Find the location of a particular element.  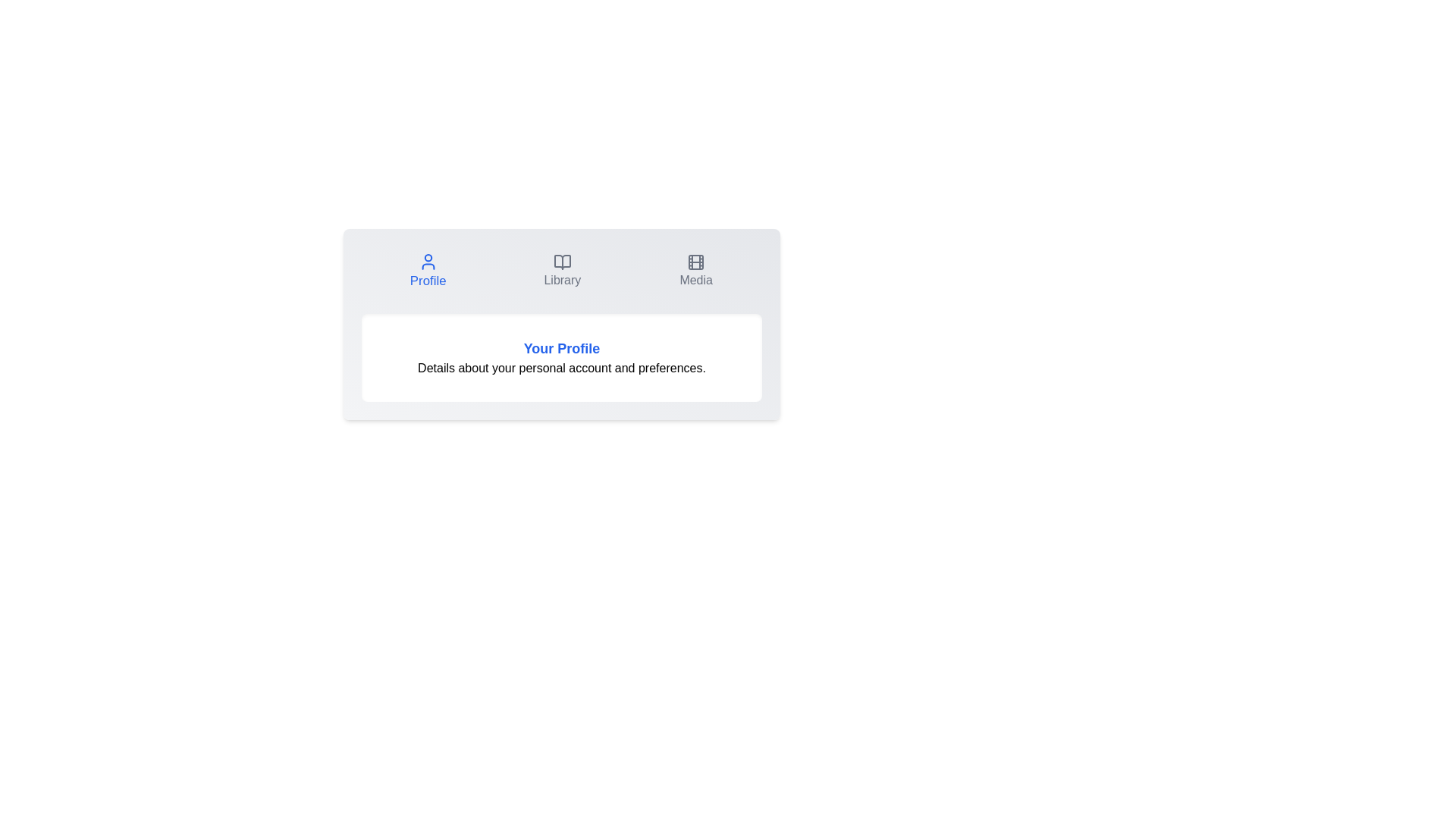

the Profile tab to view its content is located at coordinates (427, 271).